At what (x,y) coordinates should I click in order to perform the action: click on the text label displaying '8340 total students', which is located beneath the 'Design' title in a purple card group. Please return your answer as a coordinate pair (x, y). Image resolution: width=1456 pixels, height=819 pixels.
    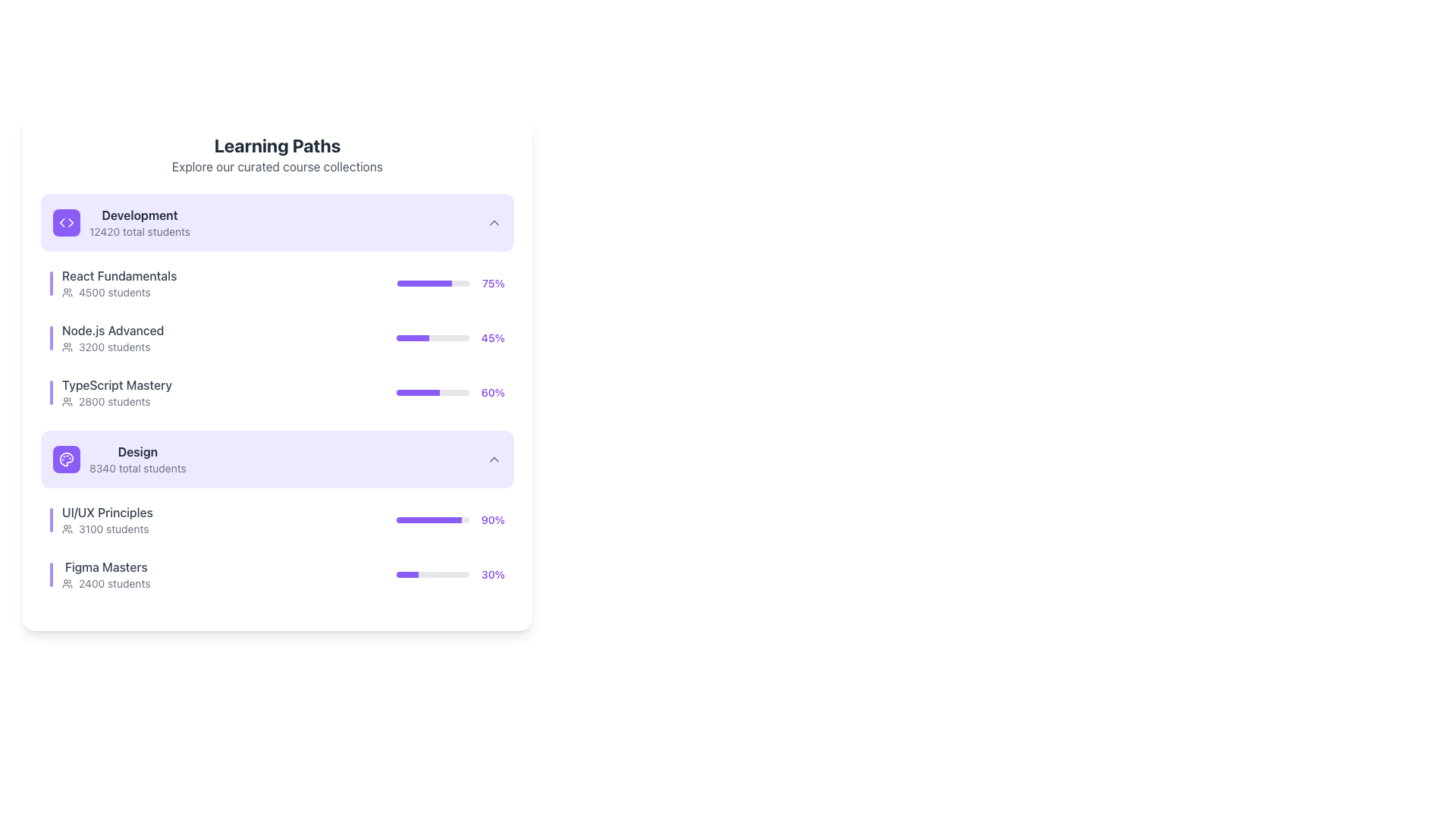
    Looking at the image, I should click on (137, 467).